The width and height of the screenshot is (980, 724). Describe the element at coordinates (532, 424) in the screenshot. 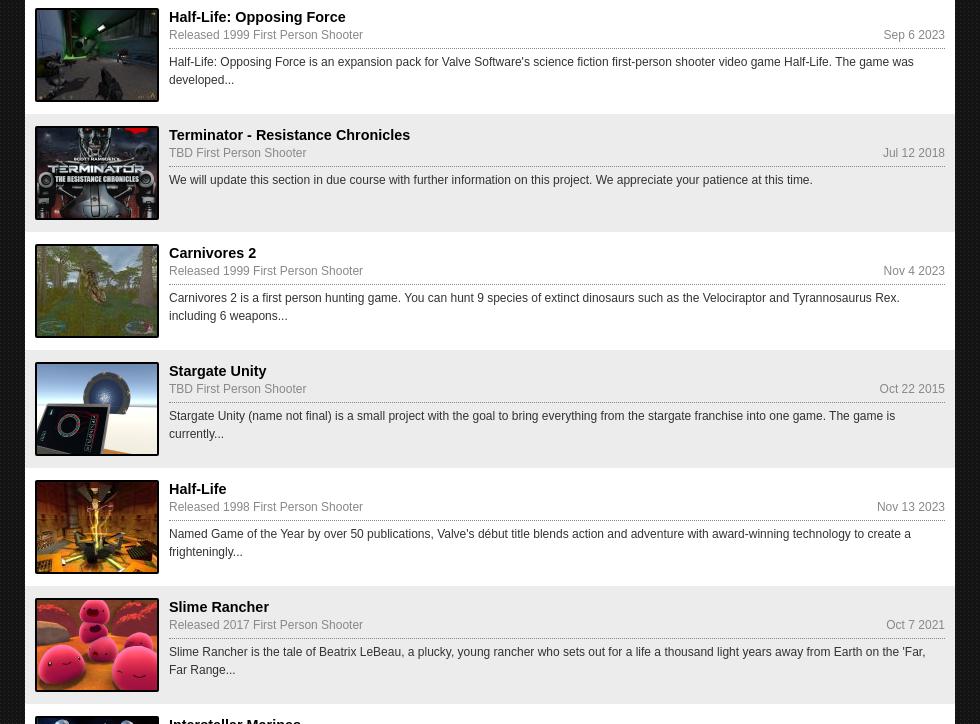

I see `'Stargate Unity (name not final) is a small project with the goal to bring everything from the stargate franchise into one game. The game is currently...'` at that location.